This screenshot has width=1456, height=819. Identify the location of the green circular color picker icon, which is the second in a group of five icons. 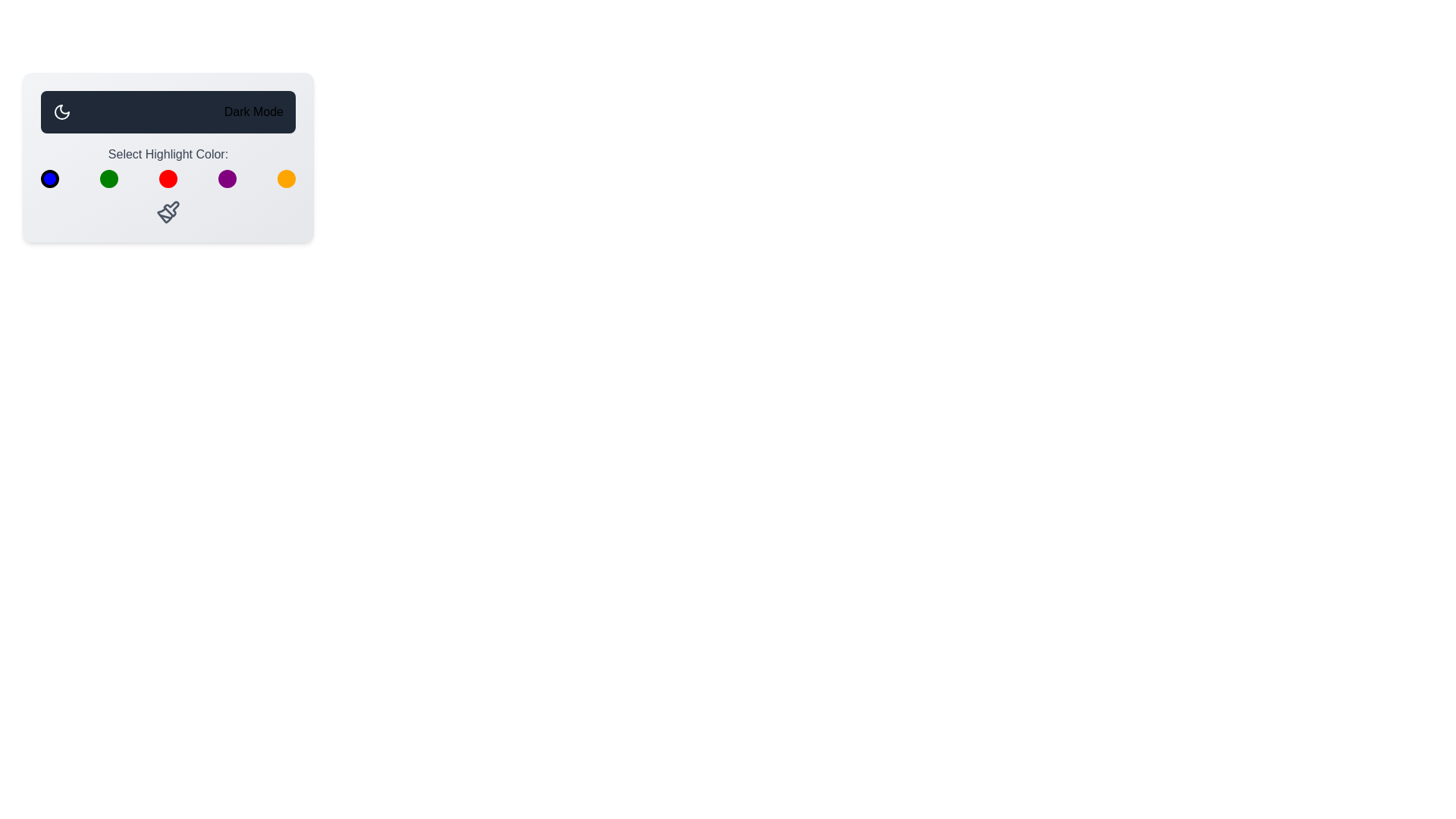
(108, 177).